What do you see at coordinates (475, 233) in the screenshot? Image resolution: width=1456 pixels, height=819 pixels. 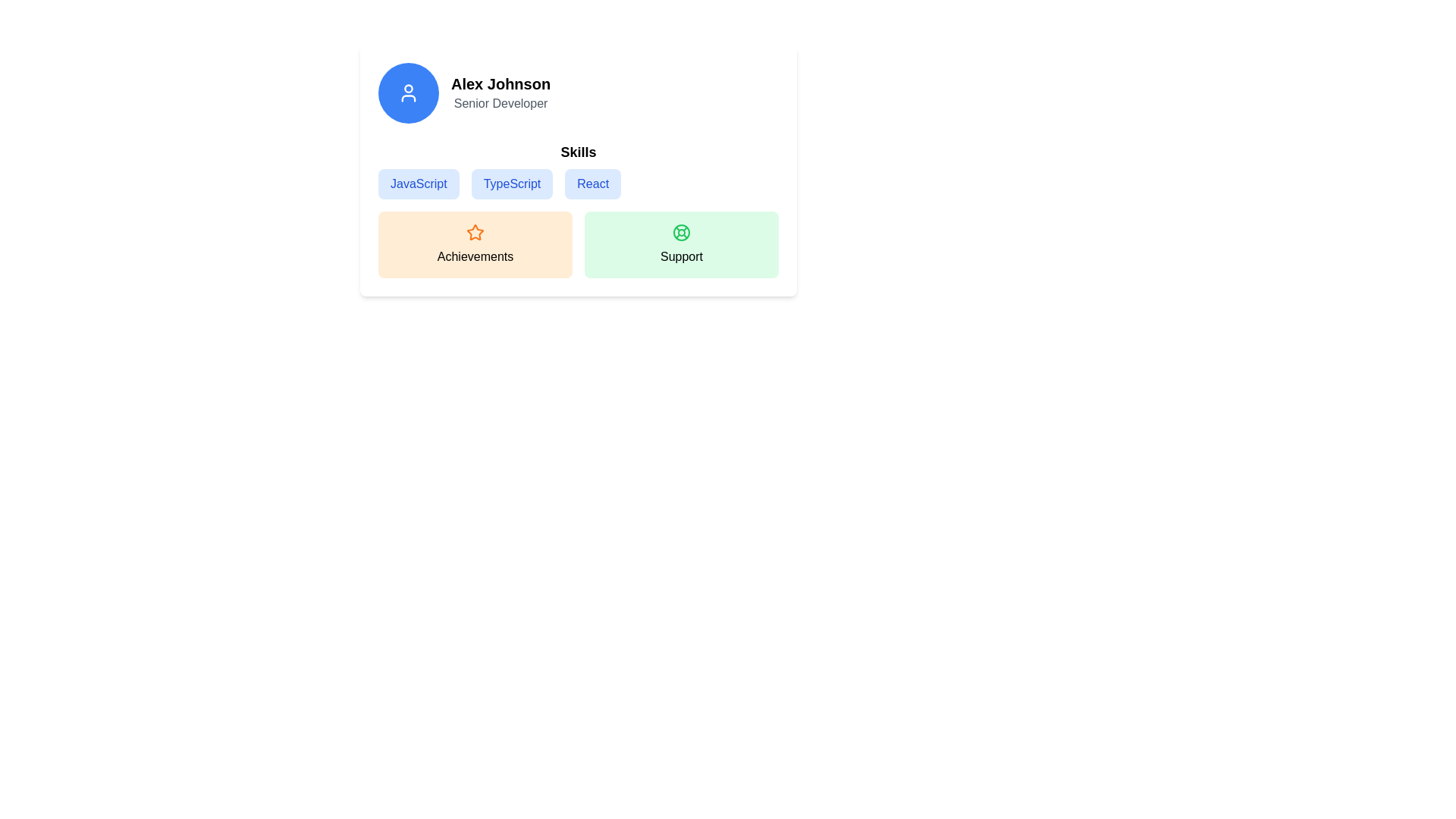 I see `the achievement icon located in the 'Achievements' section, which is the only icon on the left side of the horizontal row containing 'Achievements' and 'Support'` at bounding box center [475, 233].